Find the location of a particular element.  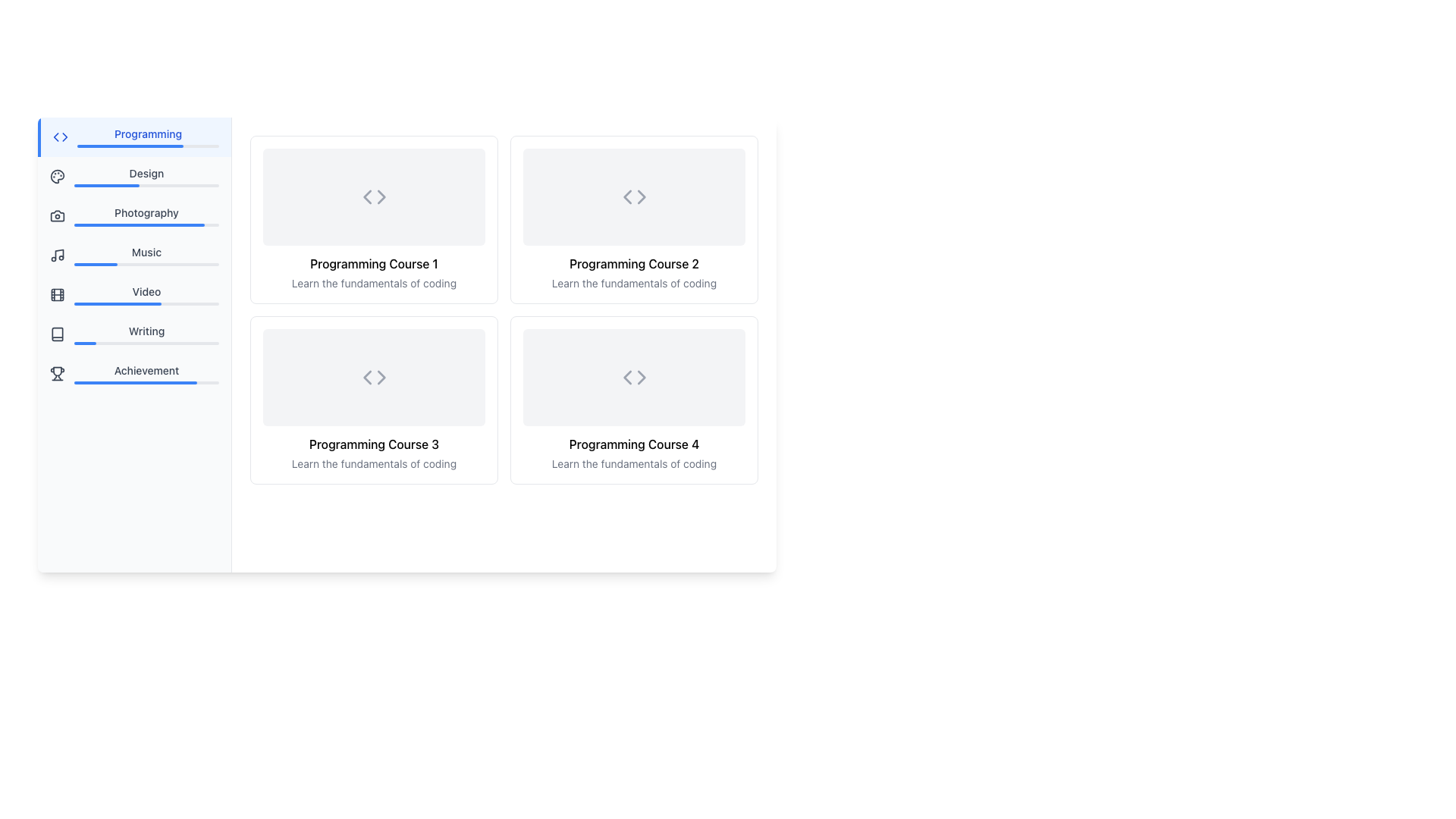

the card representing 'Programming Course 4', located in the bottom-right corner of the grid layout is located at coordinates (634, 400).